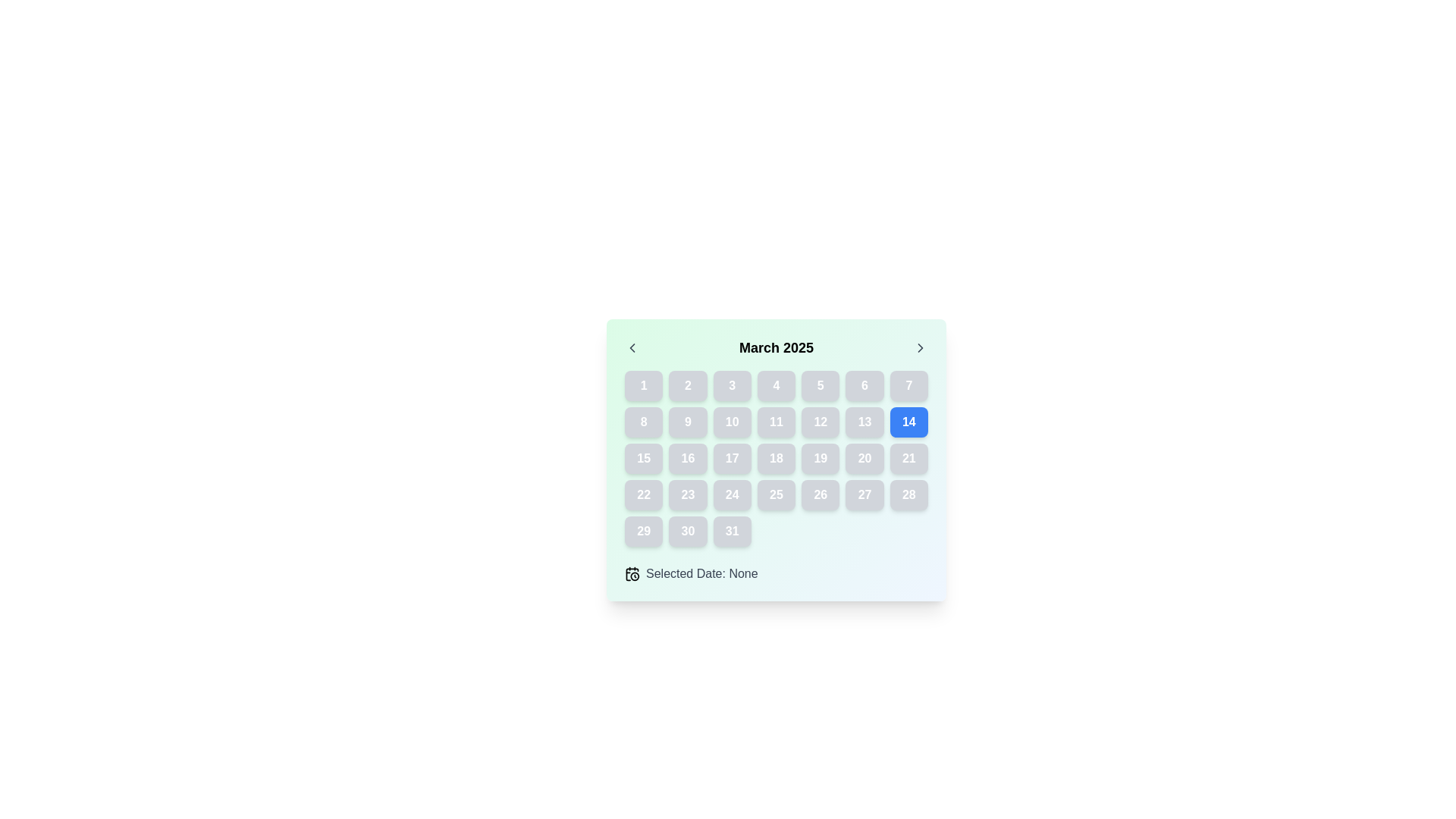 The height and width of the screenshot is (819, 1456). Describe the element at coordinates (687, 458) in the screenshot. I see `the calendar date button displaying the number '16' to change its background color from grey to blue` at that location.